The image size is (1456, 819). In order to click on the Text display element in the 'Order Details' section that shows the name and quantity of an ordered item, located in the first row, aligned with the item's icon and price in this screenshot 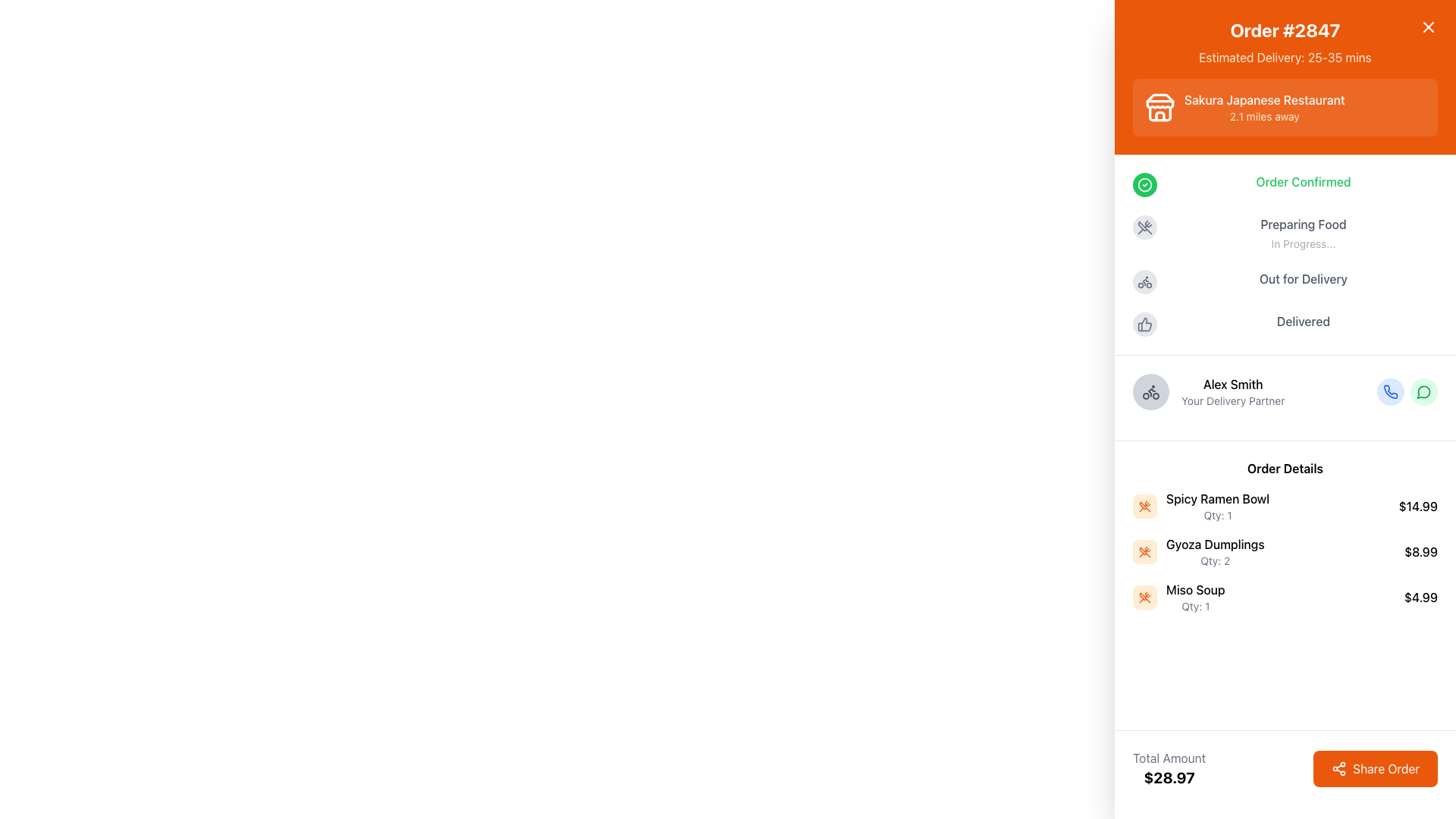, I will do `click(1218, 506)`.